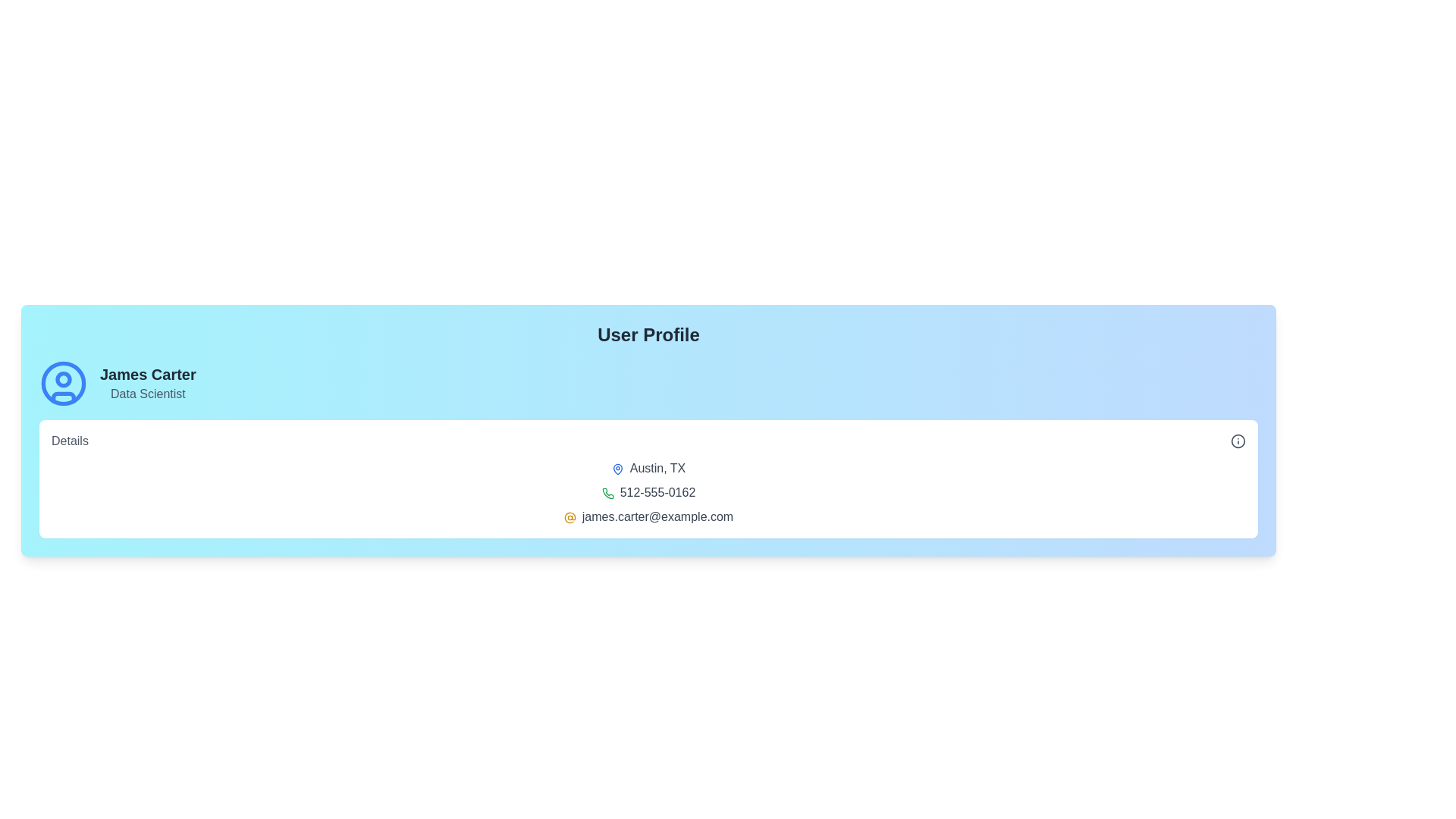  I want to click on the phone icon located before the phone number '512-555-0162', so click(607, 493).